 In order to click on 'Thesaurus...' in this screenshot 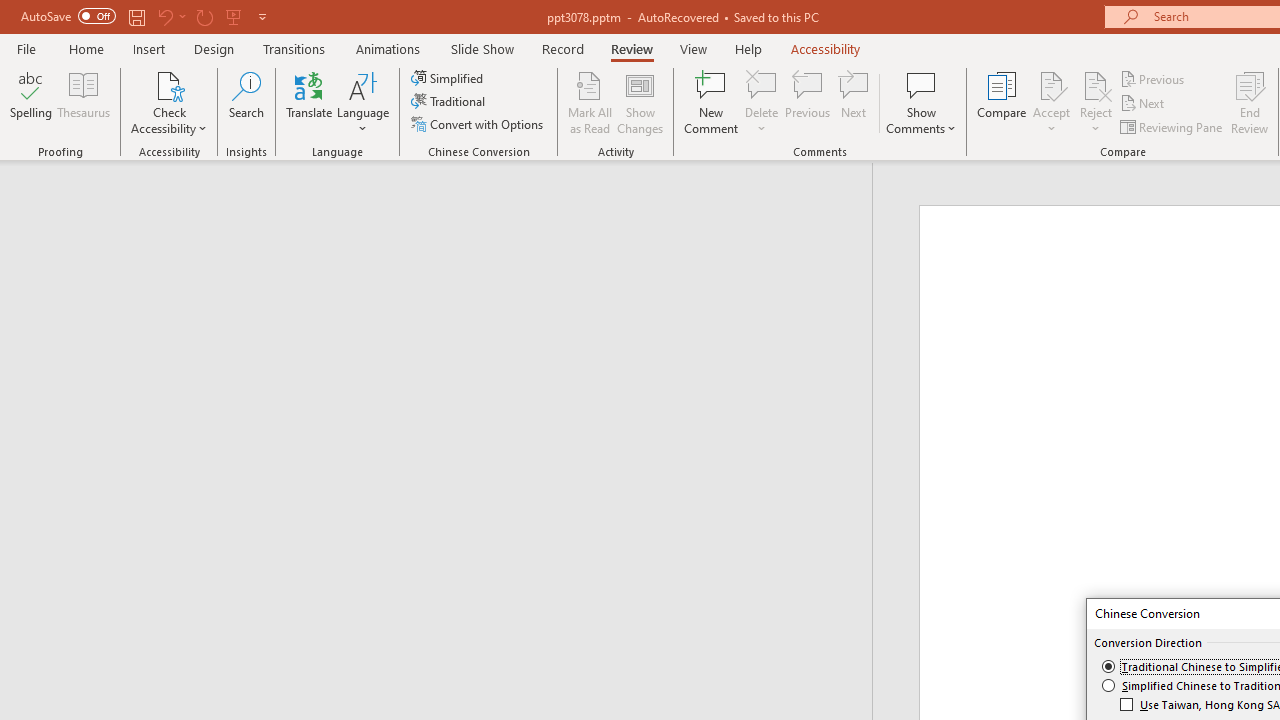, I will do `click(82, 103)`.